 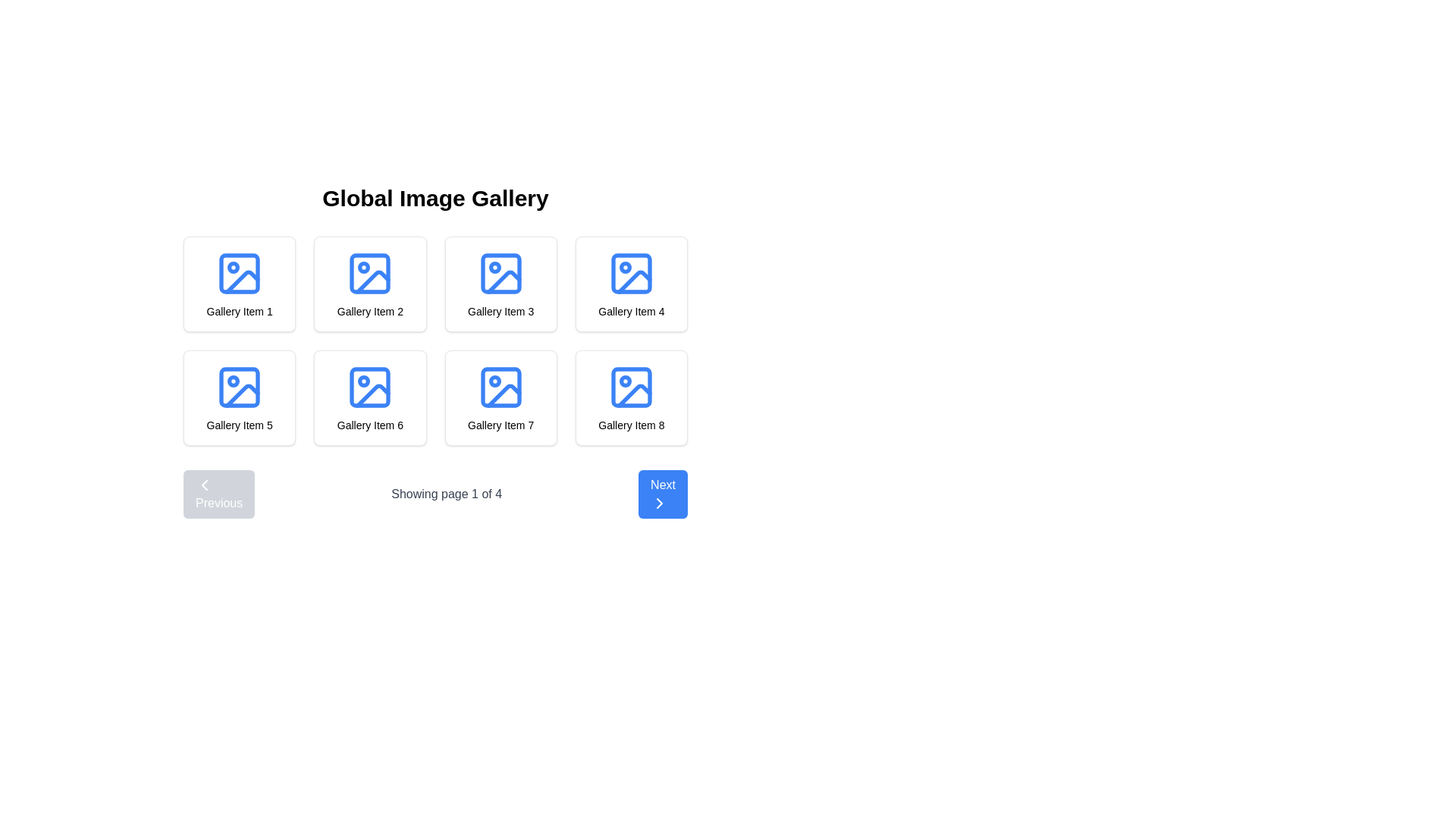 What do you see at coordinates (446, 494) in the screenshot?
I see `the static text label that displays the current page number and total number of pages, located between the 'Previous' and 'Next' buttons` at bounding box center [446, 494].